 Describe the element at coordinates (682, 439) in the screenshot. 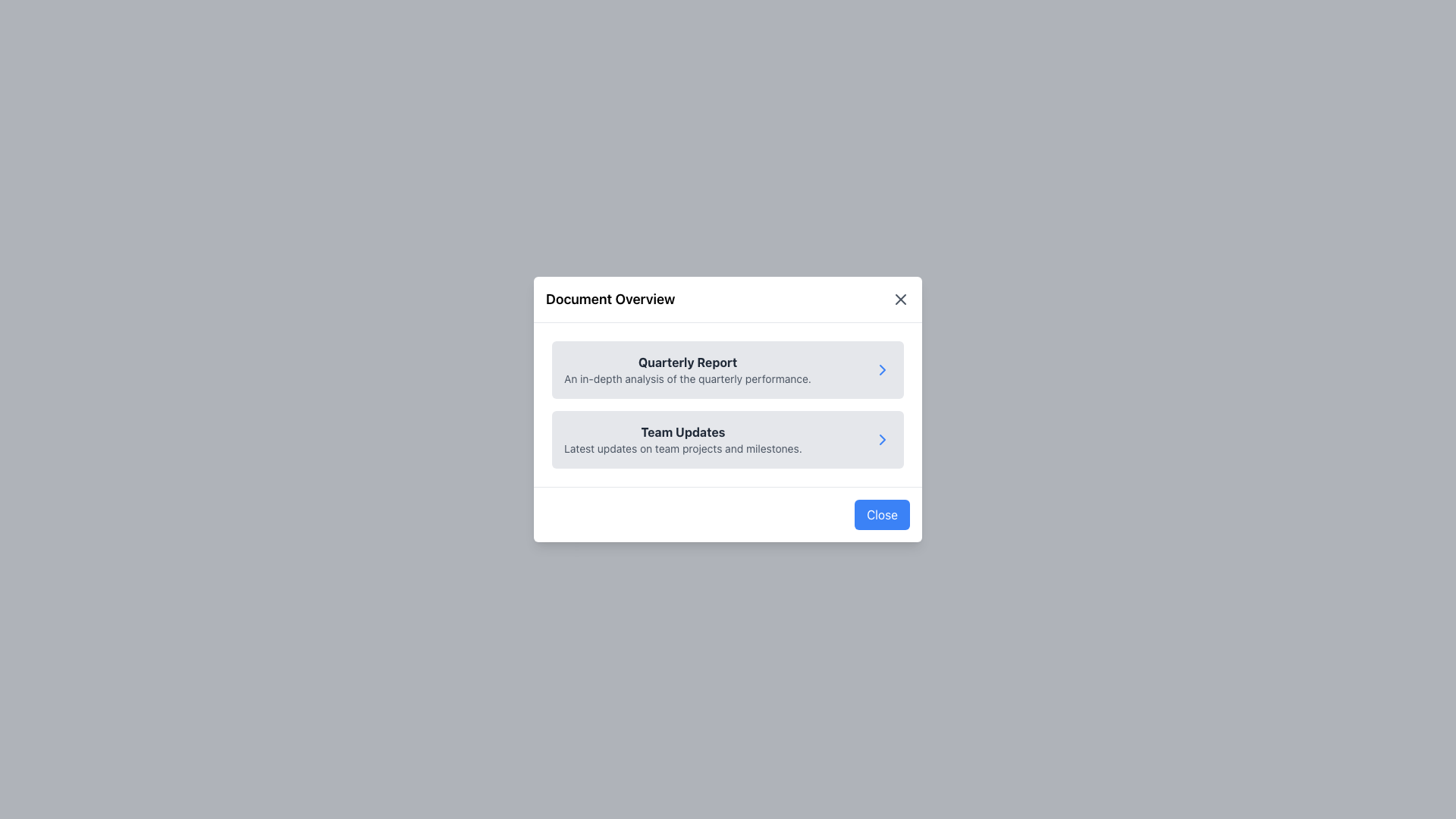

I see `the 'Team Updates' text block element` at that location.